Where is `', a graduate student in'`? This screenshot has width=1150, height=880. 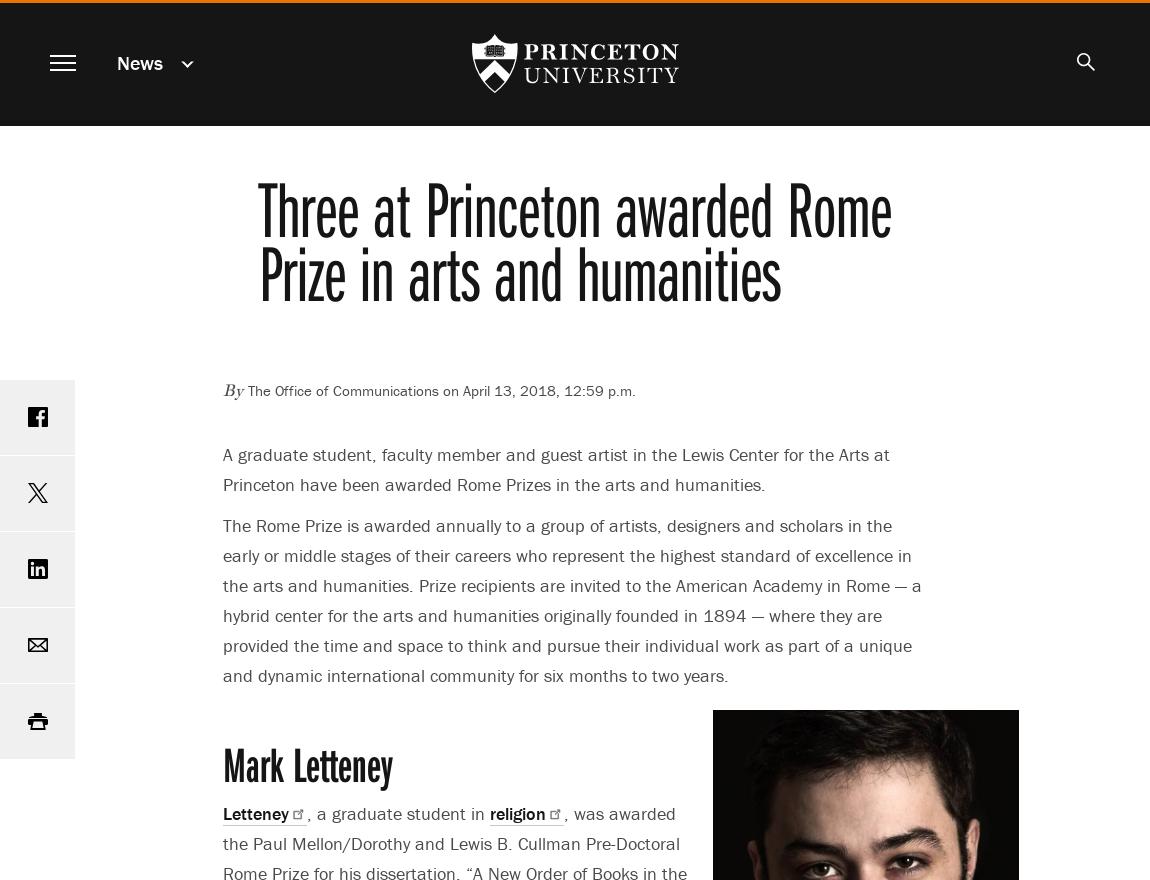 ', a graduate student in' is located at coordinates (398, 811).